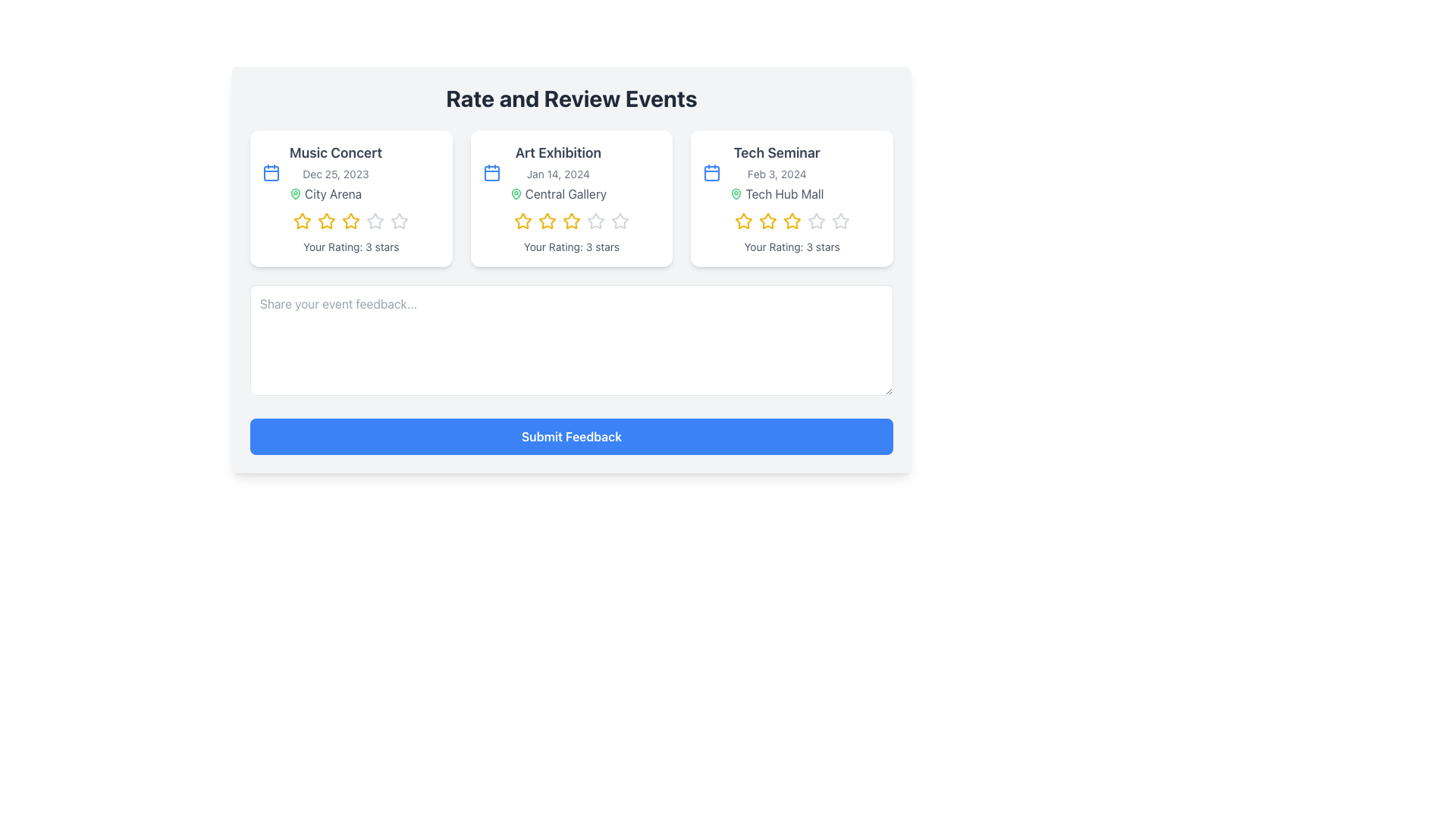  What do you see at coordinates (736, 193) in the screenshot?
I see `the location pin icon representing the 'Tech Hub Mall' event, which is positioned to the left of the text 'Tech Hub Mall' within the section card` at bounding box center [736, 193].